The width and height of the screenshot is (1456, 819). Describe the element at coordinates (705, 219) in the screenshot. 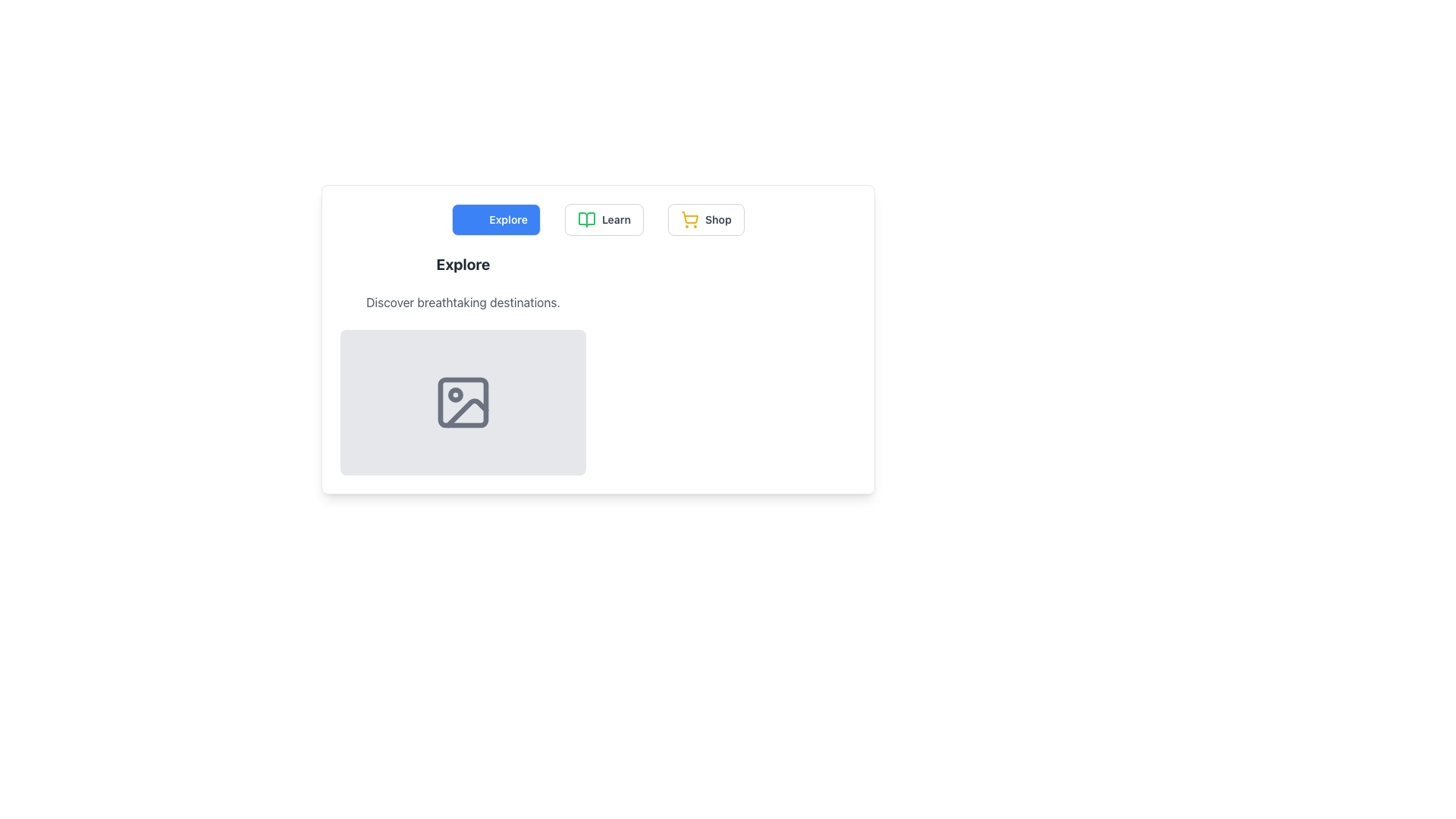

I see `the third button in a horizontal row, located to the right of the 'Learn' button` at that location.